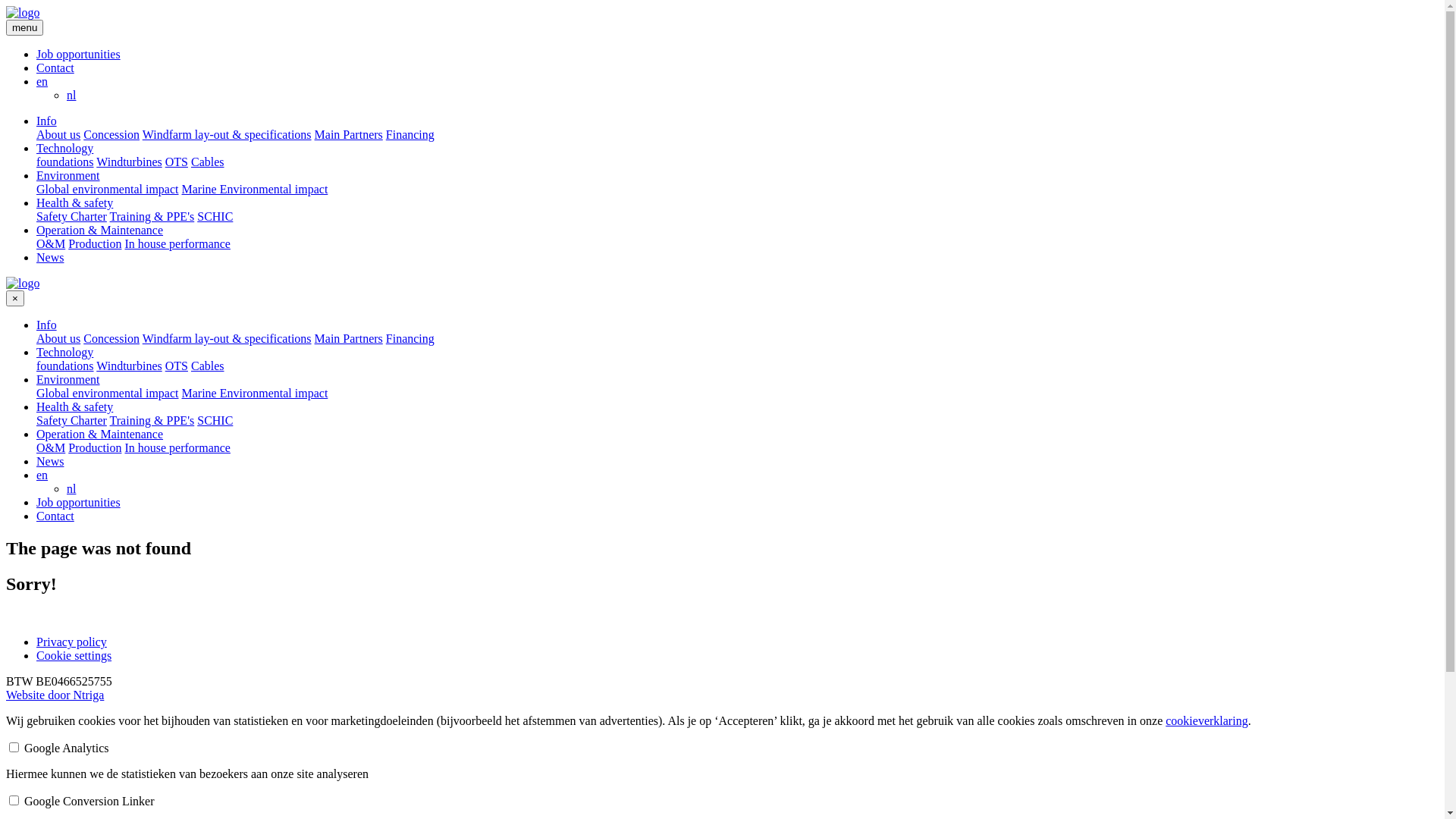 The image size is (1456, 819). I want to click on 'en', so click(36, 474).